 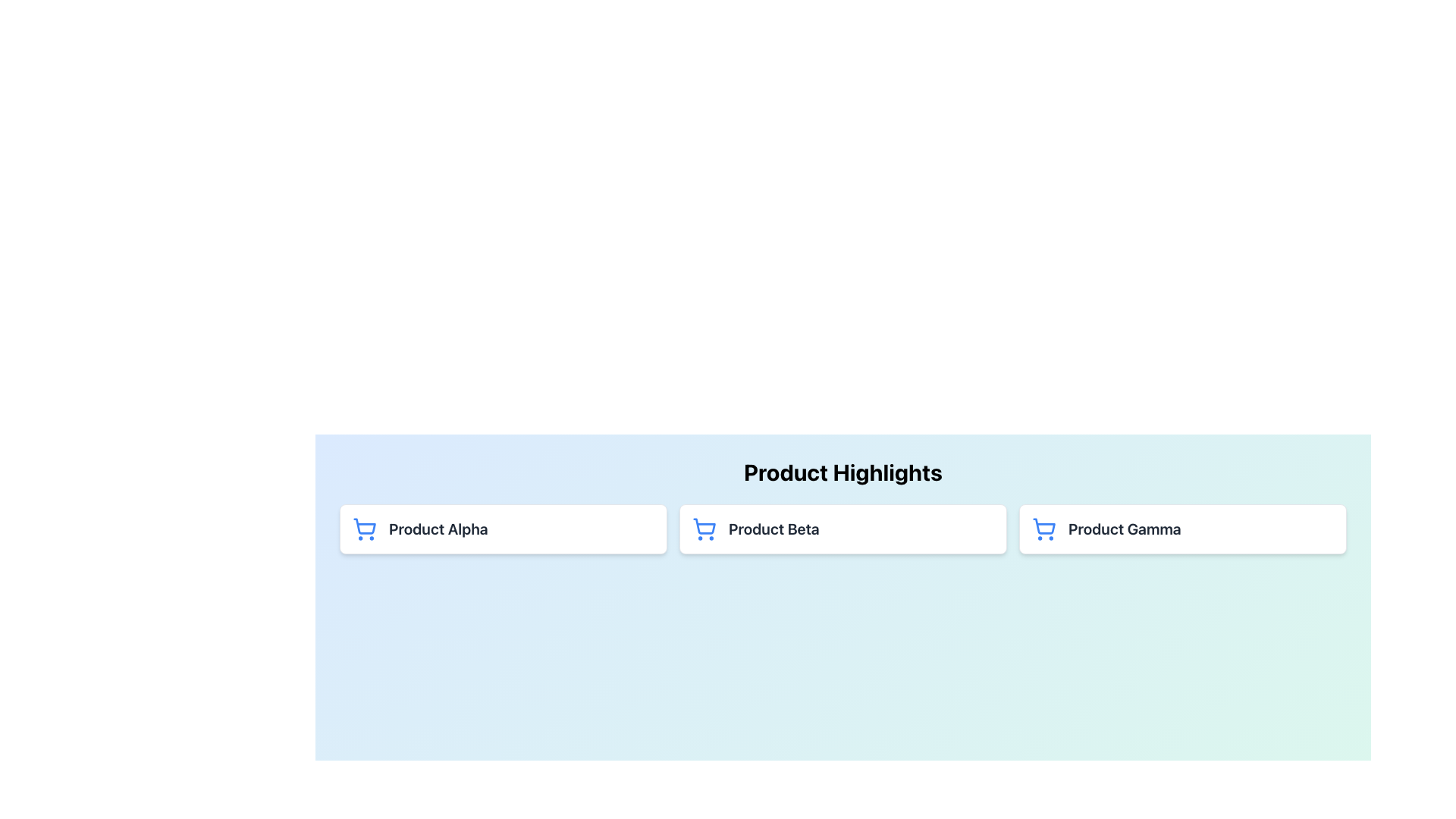 I want to click on the text label for 'Product Alpha' which is positioned within the first card under the 'Product Highlights' section, to the right of the shopping cart icon, so click(x=438, y=529).